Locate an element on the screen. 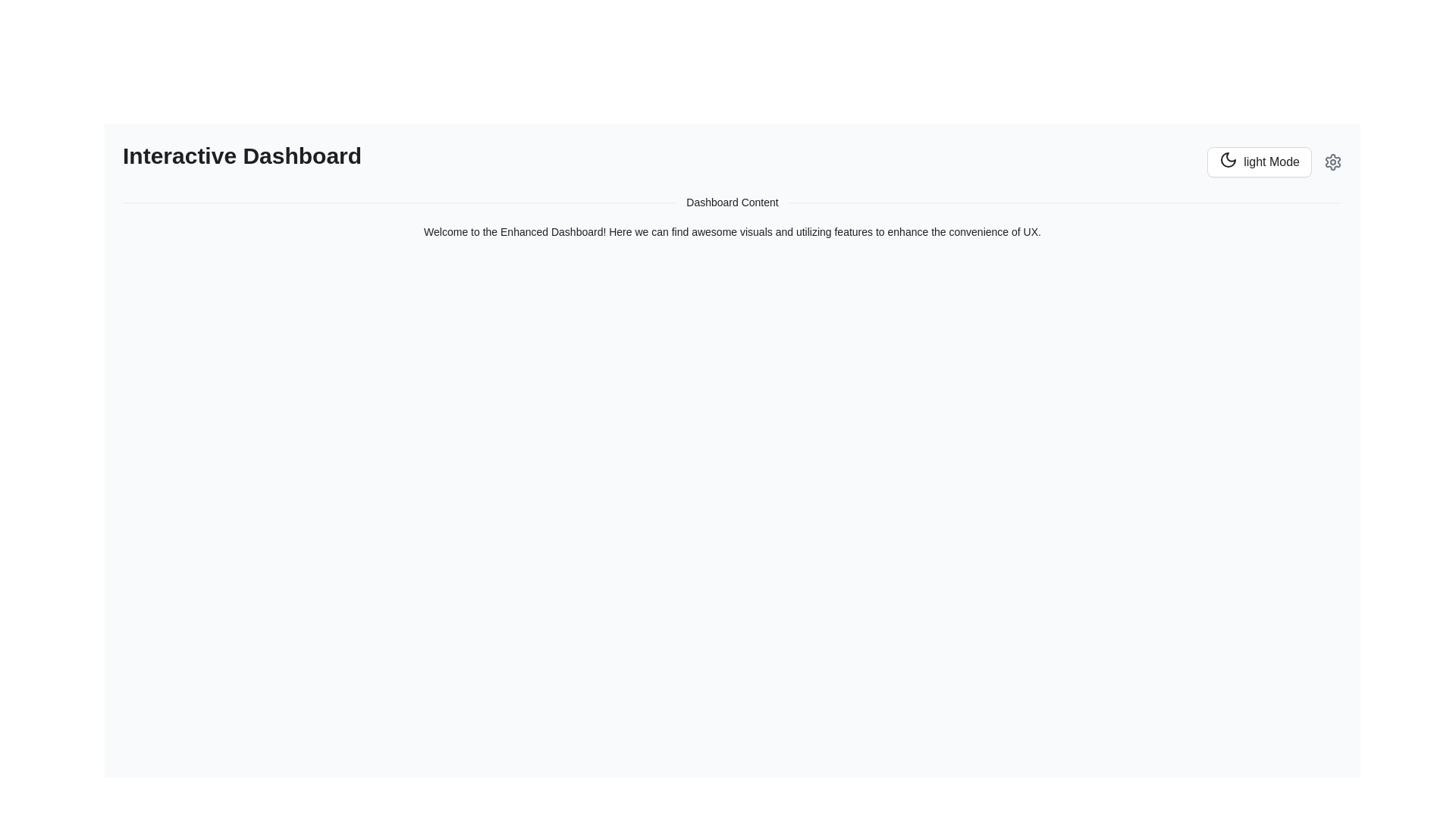 The image size is (1456, 819). welcome message text block that says 'Welcome to the Enhanced Dashboard! Here we can find awesome visuals and utilizing features to enhance the convenience of UX.' positioned centrally below 'Dashboard Content' is located at coordinates (732, 231).